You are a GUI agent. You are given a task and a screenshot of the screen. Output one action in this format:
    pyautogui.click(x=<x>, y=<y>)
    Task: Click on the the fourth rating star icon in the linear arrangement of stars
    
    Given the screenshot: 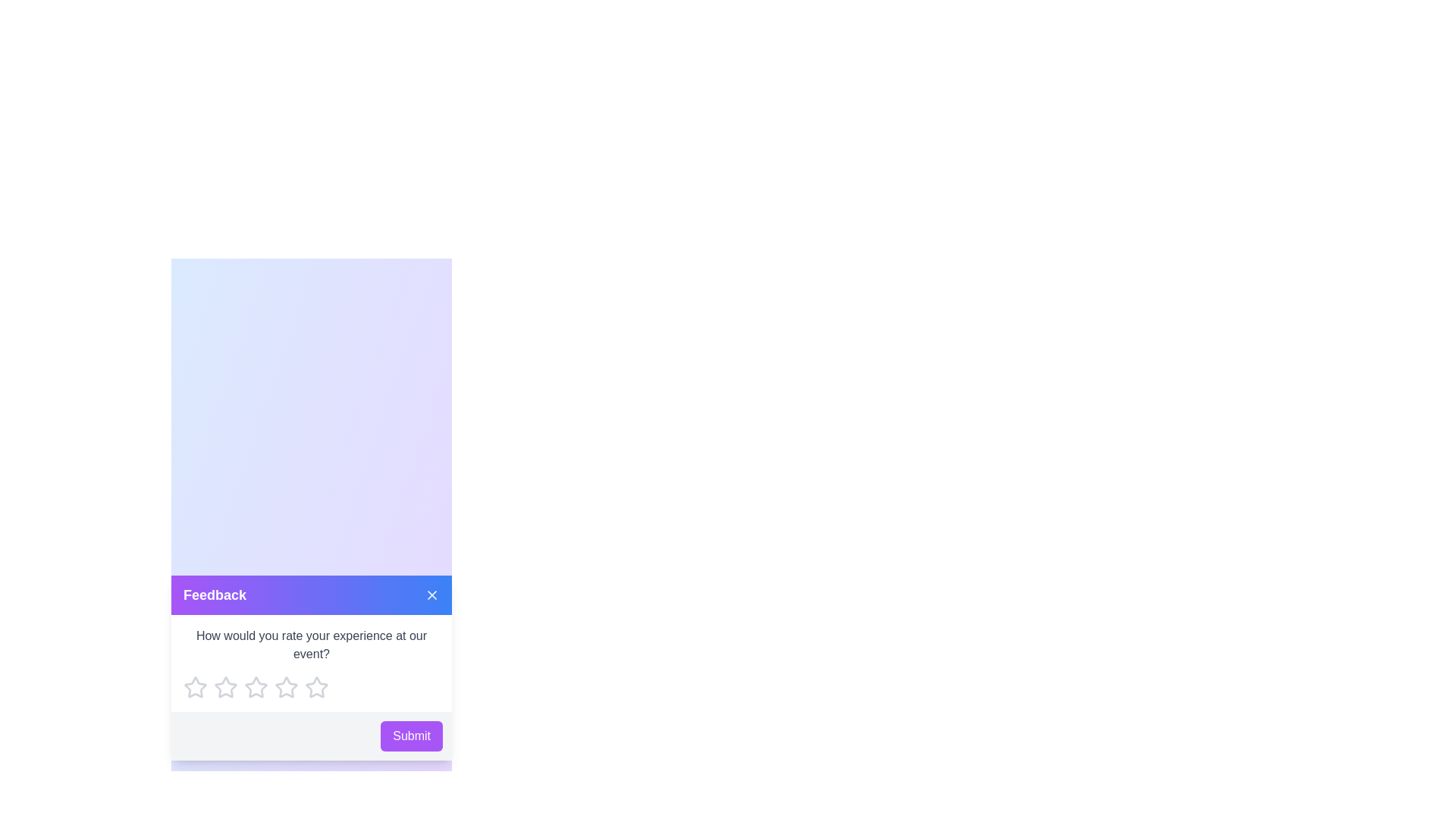 What is the action you would take?
    pyautogui.click(x=287, y=687)
    